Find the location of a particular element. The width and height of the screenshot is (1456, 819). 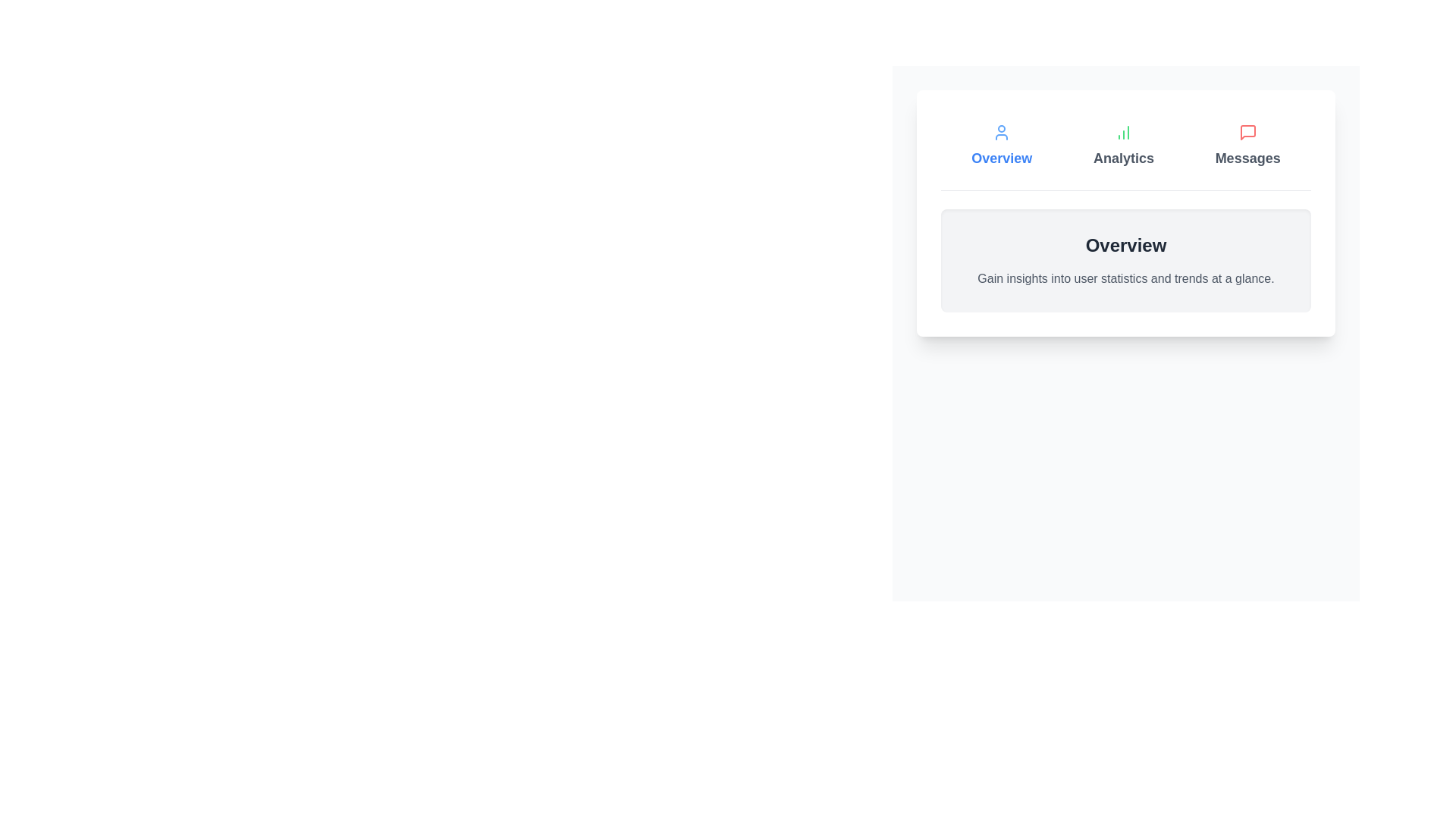

the Analytics tab to see its hover effect is located at coordinates (1124, 146).